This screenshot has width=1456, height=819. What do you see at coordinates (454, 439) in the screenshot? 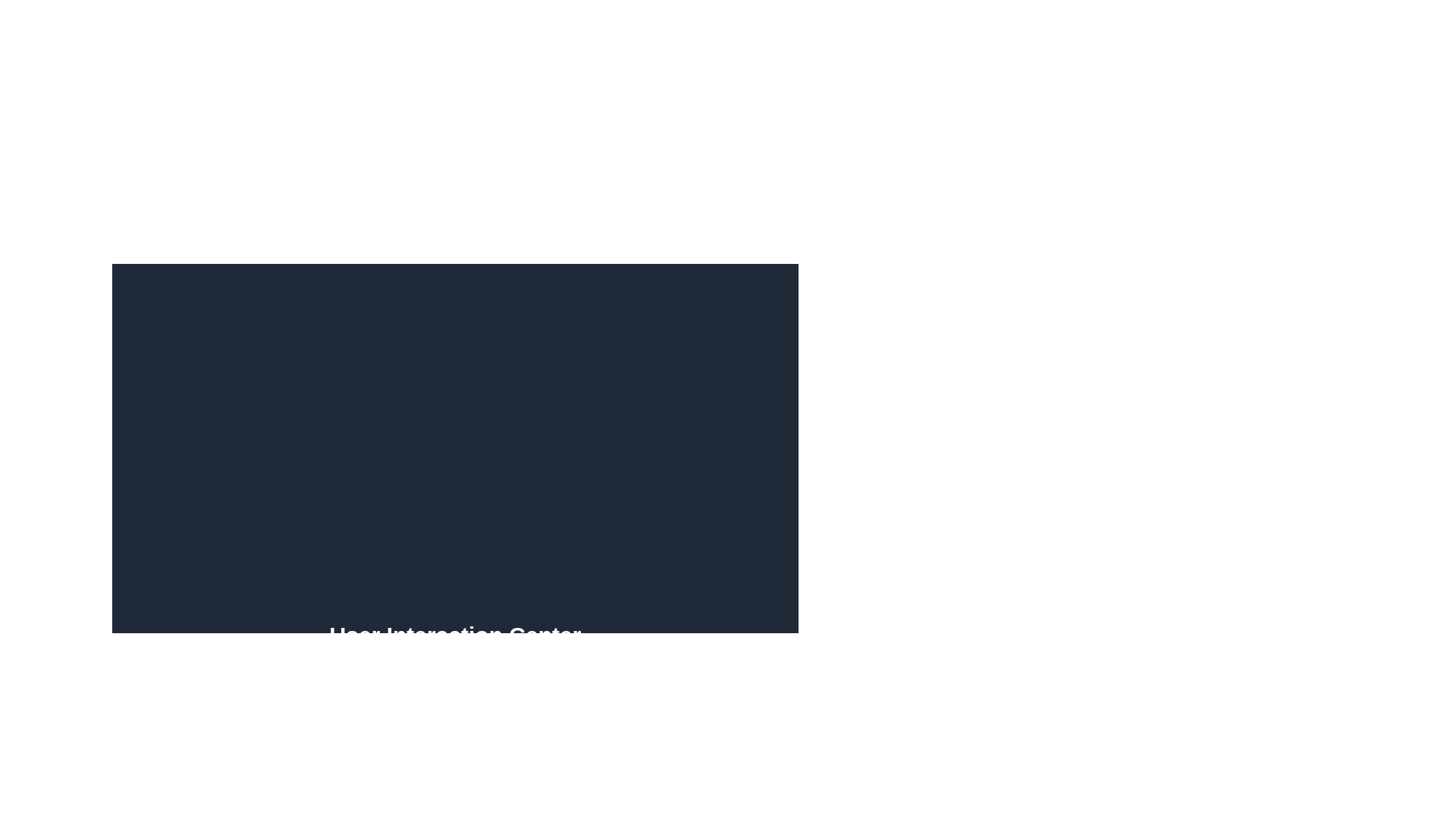
I see `the central interaction panel that contains settings for themes and notifications` at bounding box center [454, 439].